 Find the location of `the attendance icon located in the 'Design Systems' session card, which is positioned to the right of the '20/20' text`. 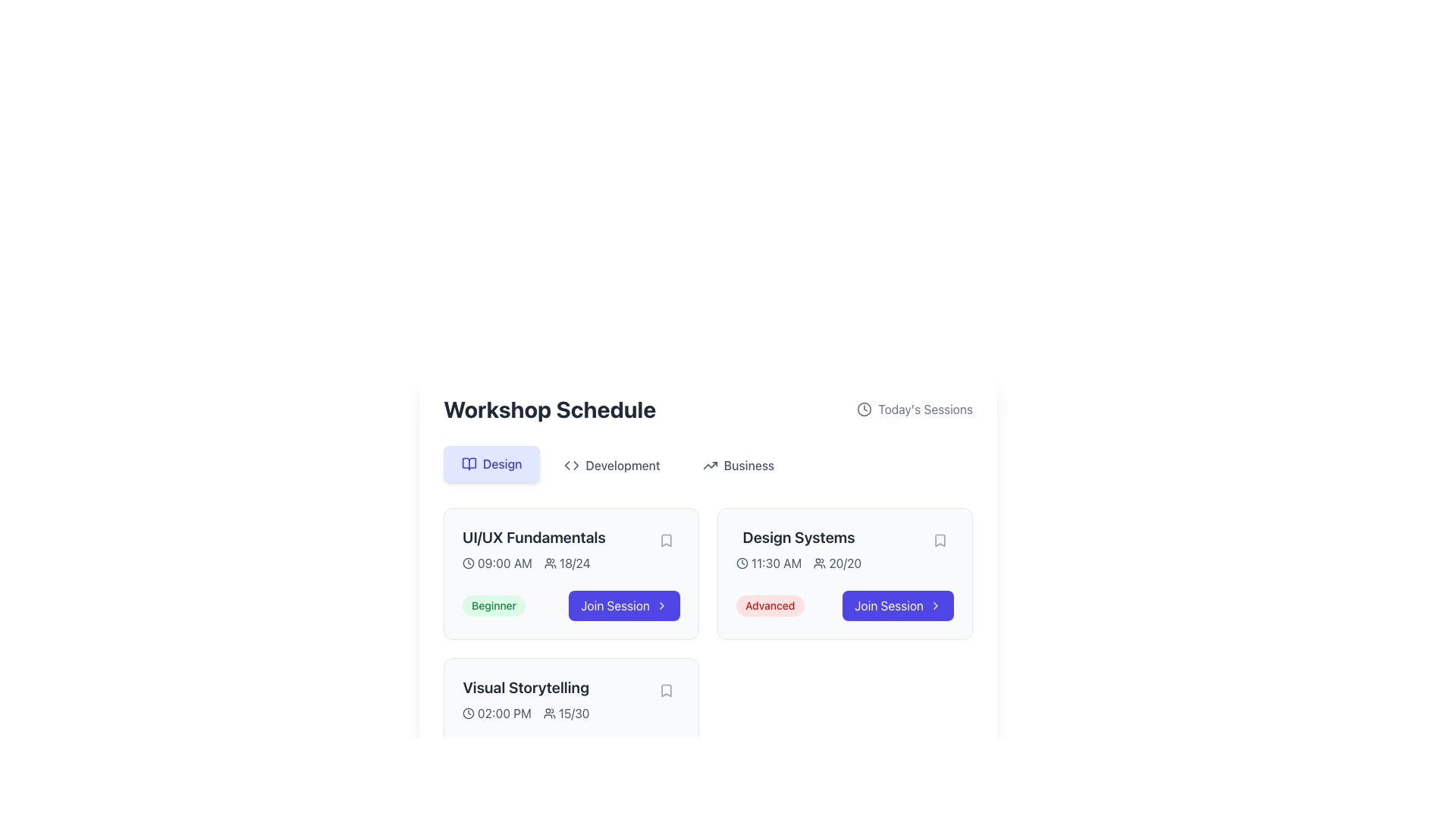

the attendance icon located in the 'Design Systems' session card, which is positioned to the right of the '20/20' text is located at coordinates (819, 563).